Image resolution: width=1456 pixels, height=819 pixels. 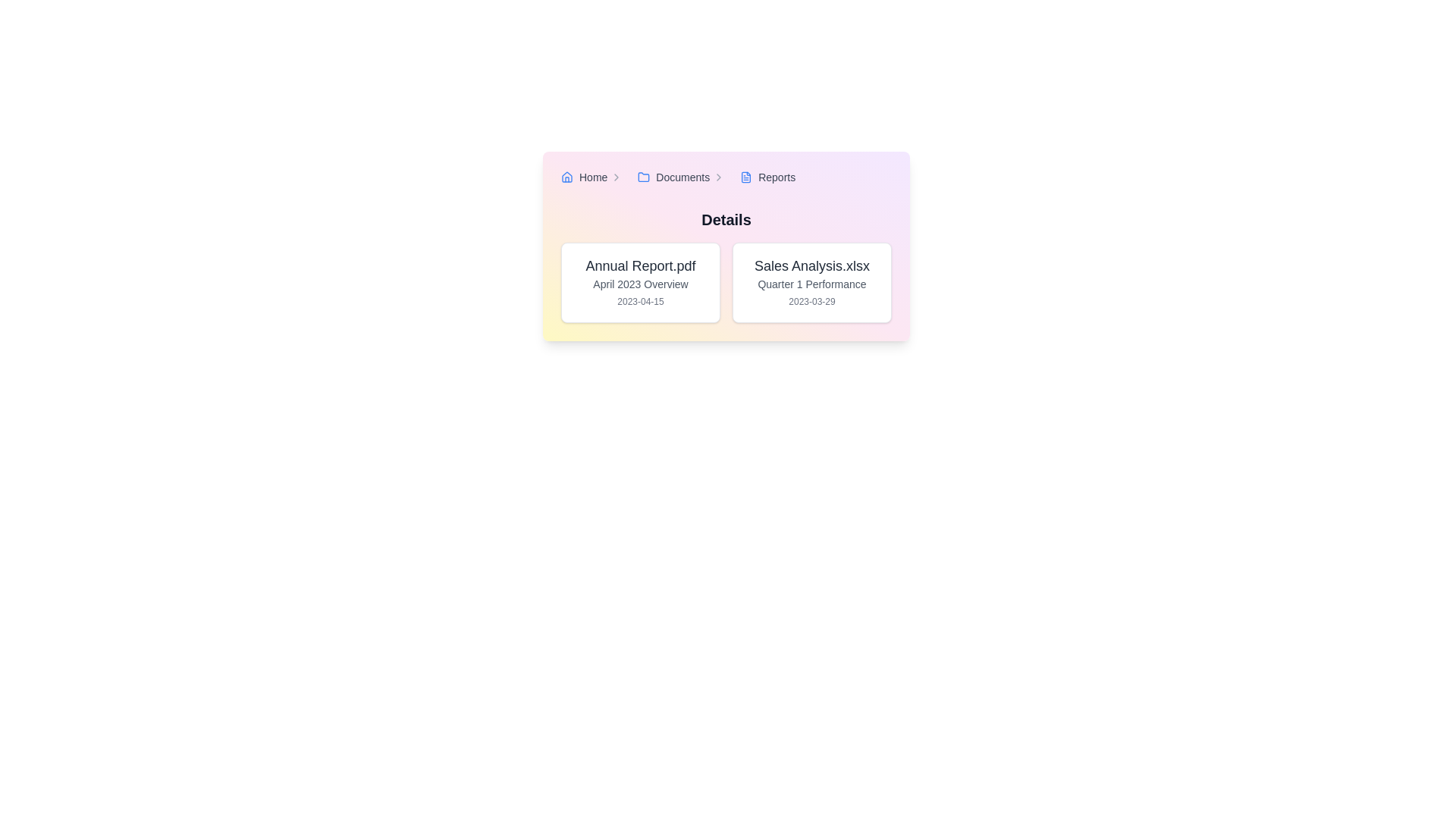 I want to click on the button card labeled 'Sales Analysis.xlsx', so click(x=811, y=283).